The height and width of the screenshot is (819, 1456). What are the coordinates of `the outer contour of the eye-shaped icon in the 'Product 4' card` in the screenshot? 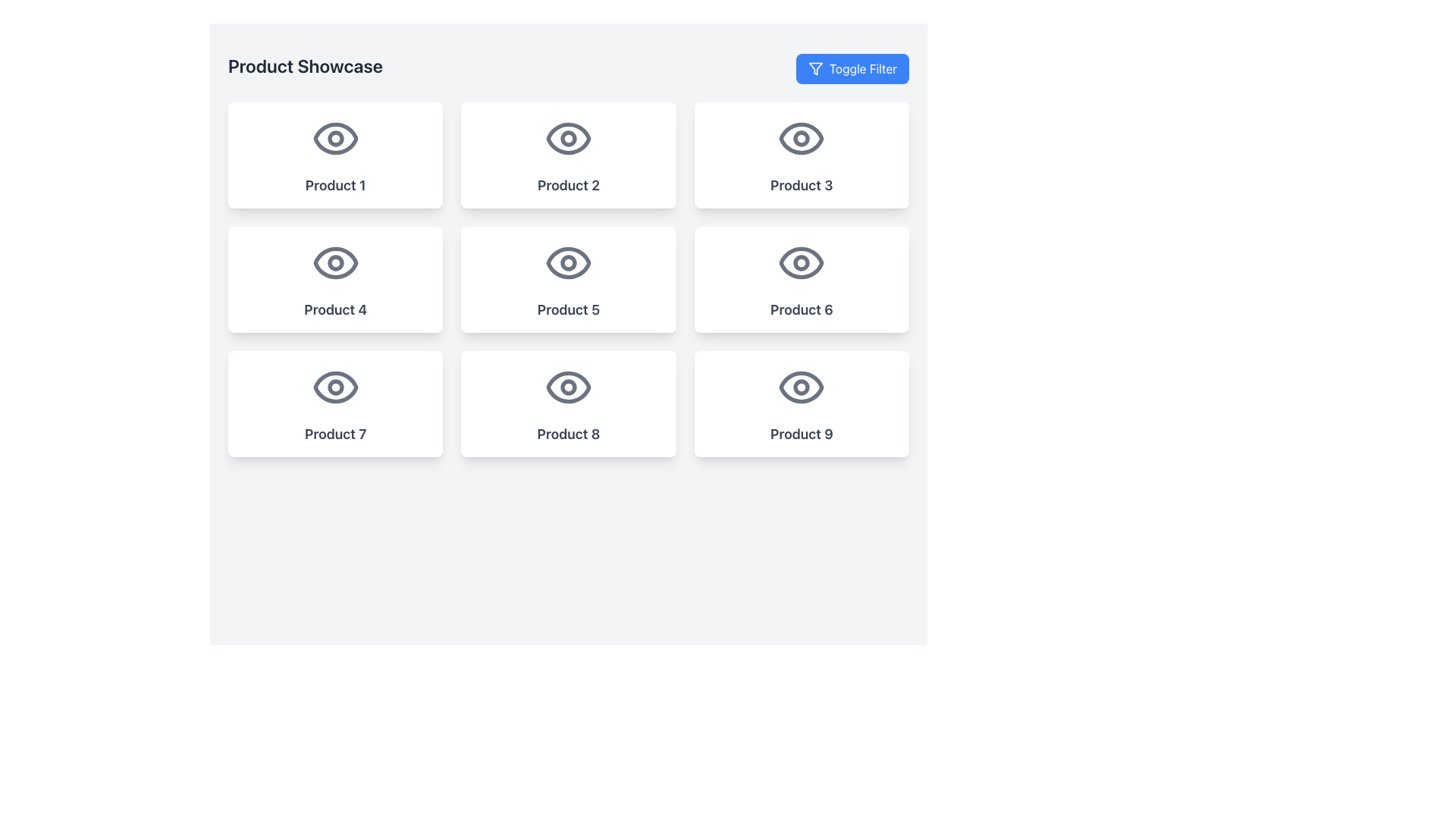 It's located at (334, 262).